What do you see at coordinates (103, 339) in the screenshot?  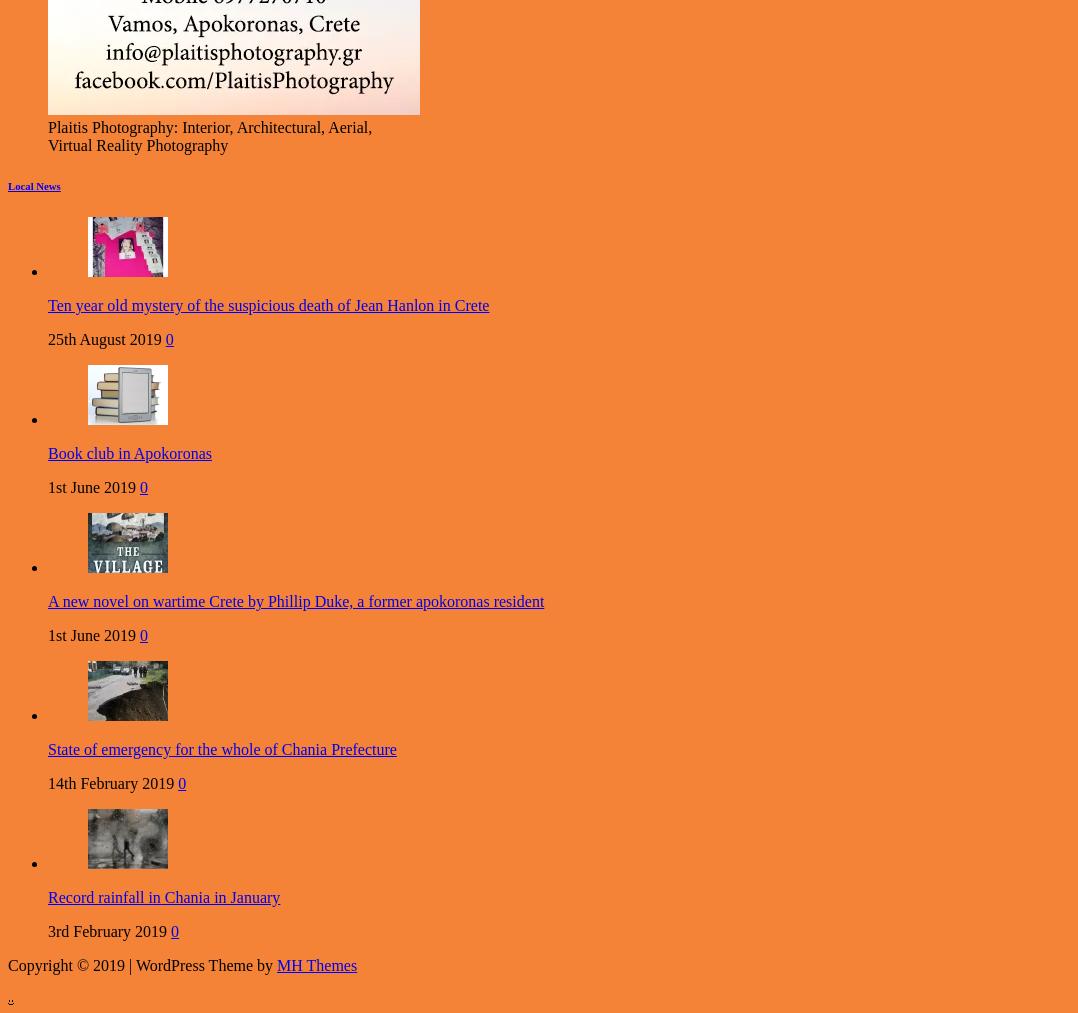 I see `'25th August 2019'` at bounding box center [103, 339].